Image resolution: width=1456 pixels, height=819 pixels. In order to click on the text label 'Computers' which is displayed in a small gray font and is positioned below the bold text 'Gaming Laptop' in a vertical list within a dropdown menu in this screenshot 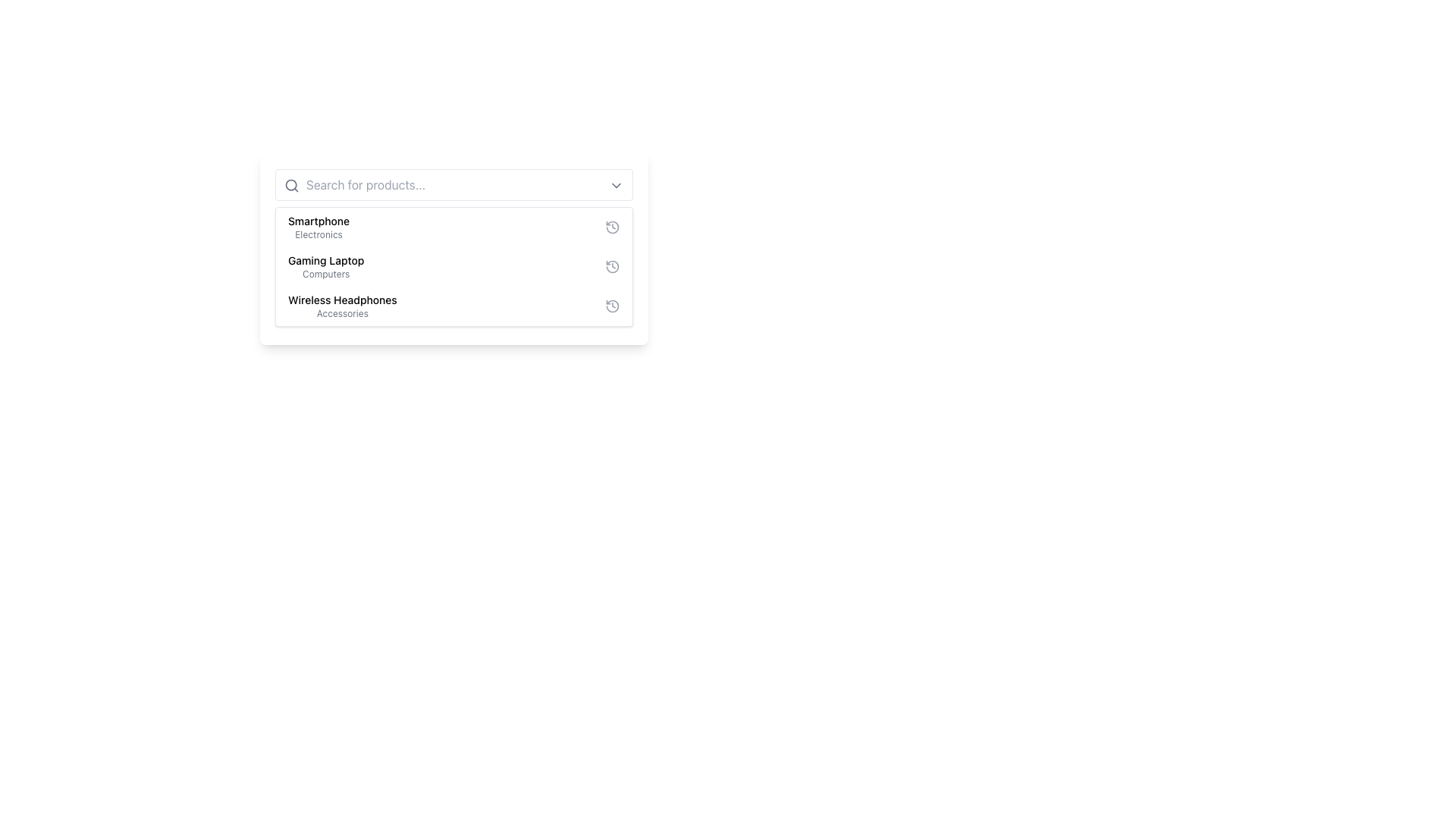, I will do `click(325, 275)`.